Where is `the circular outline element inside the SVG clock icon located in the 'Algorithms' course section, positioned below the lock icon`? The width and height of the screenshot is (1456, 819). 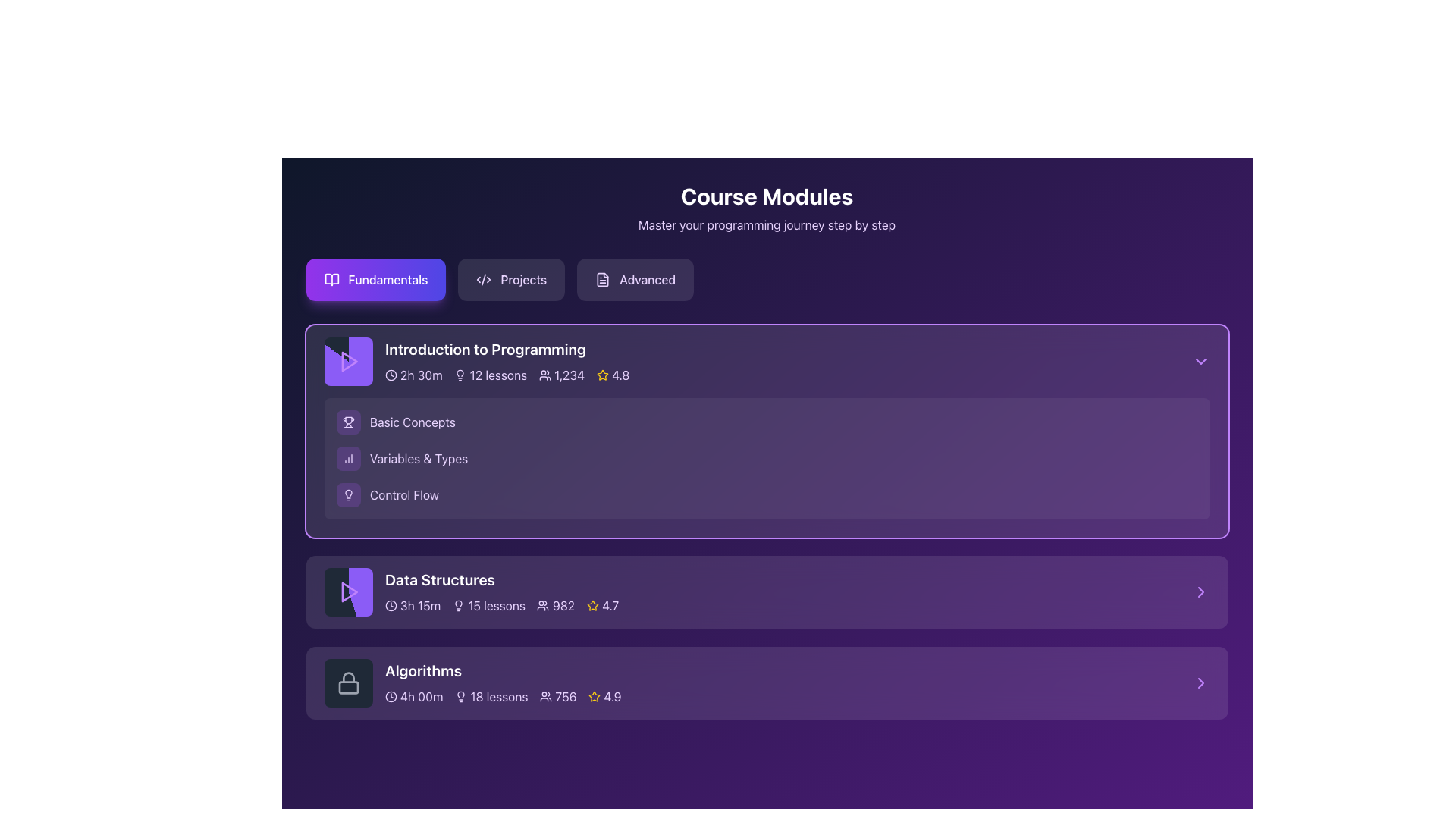 the circular outline element inside the SVG clock icon located in the 'Algorithms' course section, positioned below the lock icon is located at coordinates (391, 696).